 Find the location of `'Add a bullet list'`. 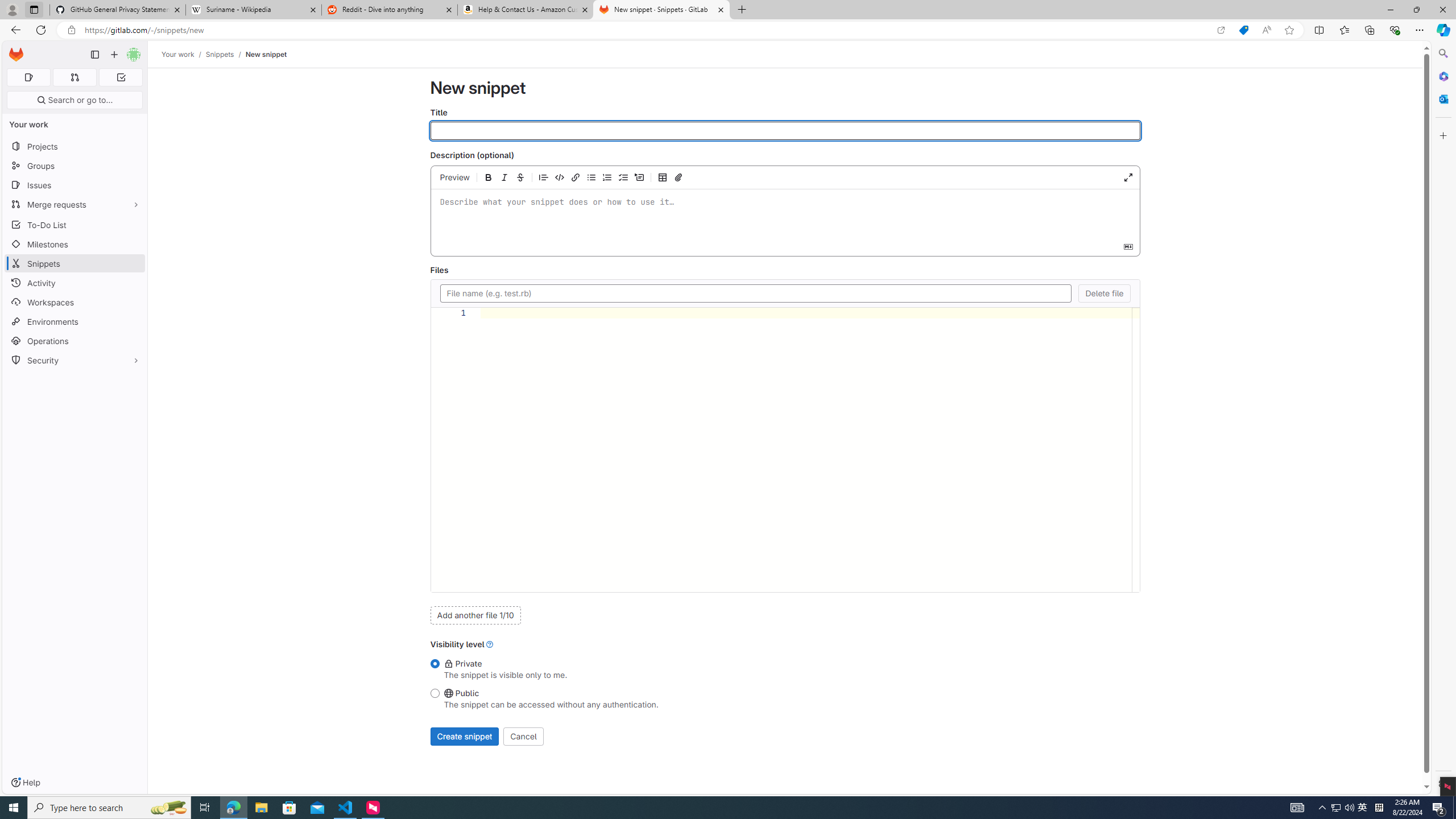

'Add a bullet list' is located at coordinates (591, 176).